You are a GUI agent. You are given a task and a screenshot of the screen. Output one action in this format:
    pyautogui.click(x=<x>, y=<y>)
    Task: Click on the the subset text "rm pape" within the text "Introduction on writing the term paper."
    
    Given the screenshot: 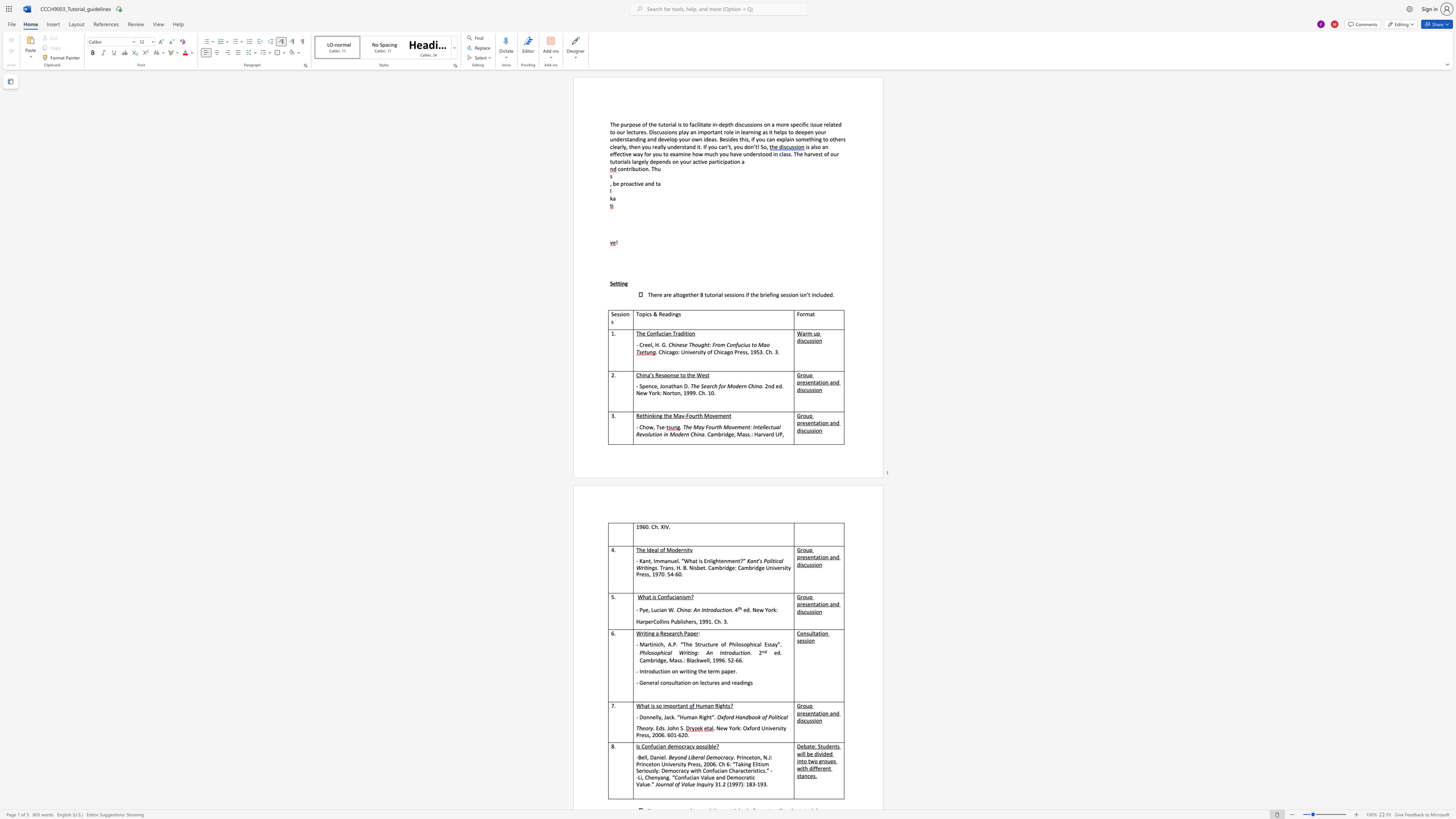 What is the action you would take?
    pyautogui.click(x=712, y=670)
    